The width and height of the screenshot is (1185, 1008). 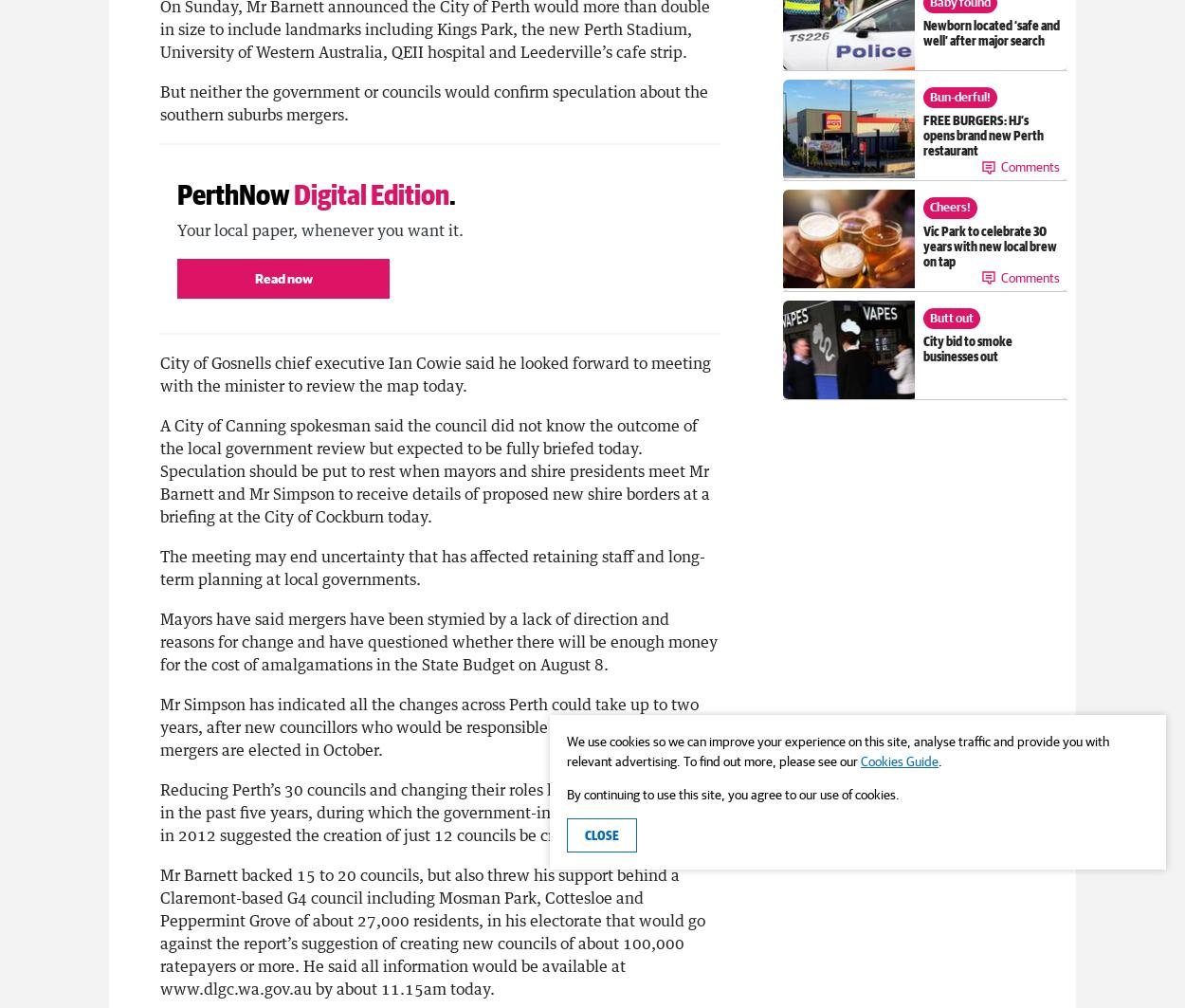 What do you see at coordinates (234, 191) in the screenshot?
I see `'PerthNow'` at bounding box center [234, 191].